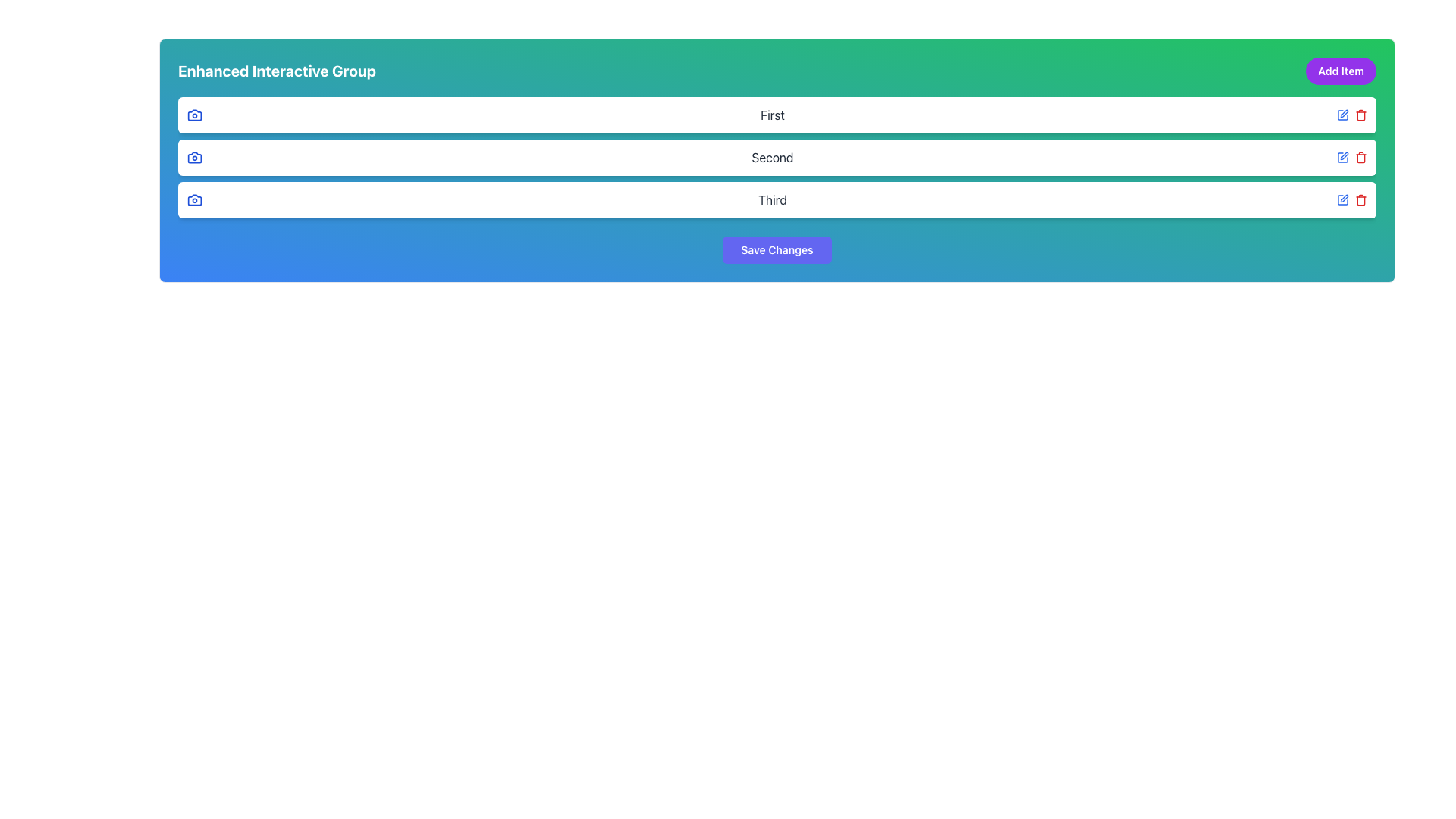 This screenshot has height=819, width=1456. Describe the element at coordinates (194, 114) in the screenshot. I see `the blue camera icon located in the first row labeled 'First', adjacent to the text 'First'` at that location.